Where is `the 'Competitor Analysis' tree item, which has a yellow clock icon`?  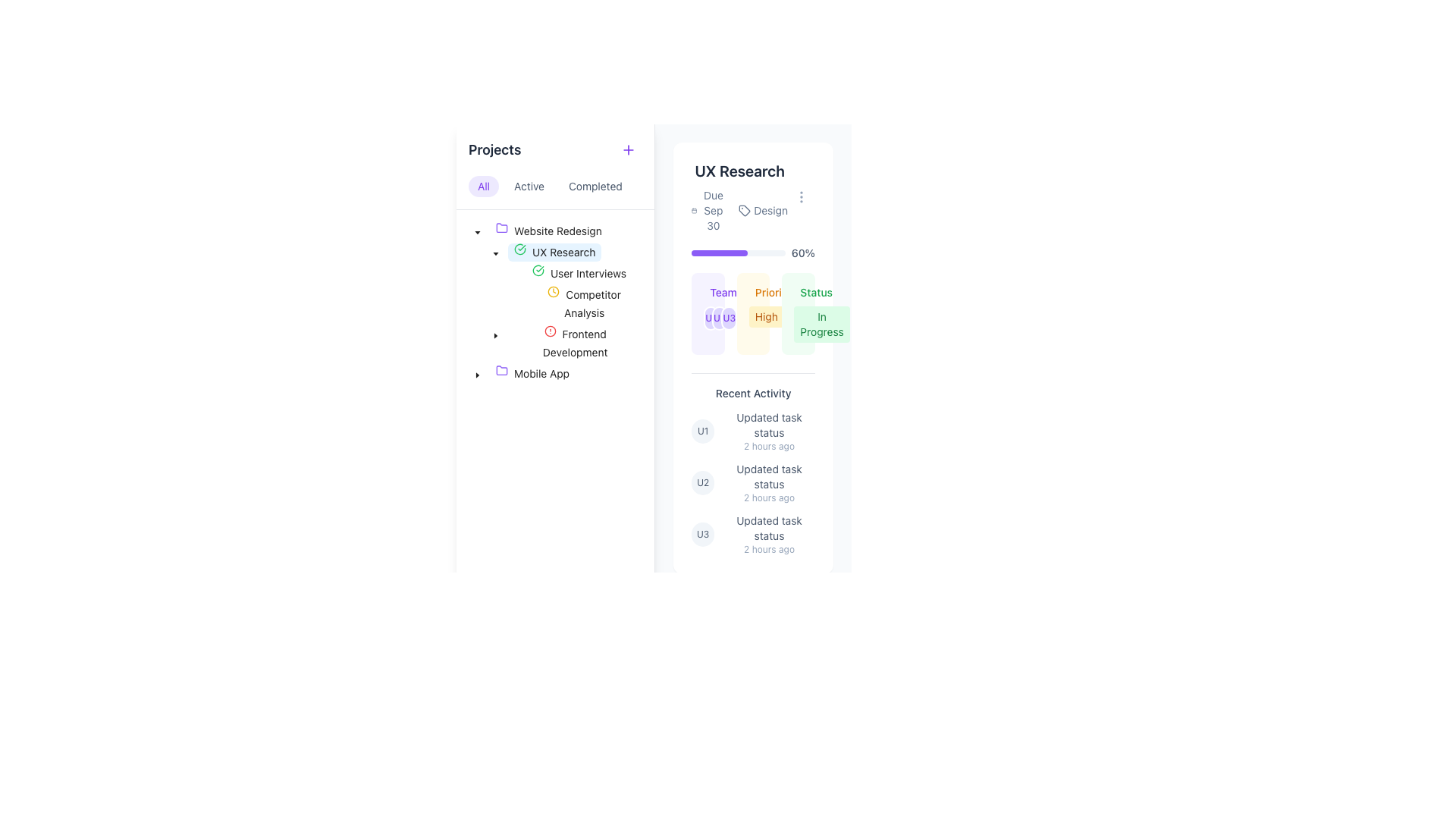 the 'Competitor Analysis' tree item, which has a yellow clock icon is located at coordinates (554, 304).